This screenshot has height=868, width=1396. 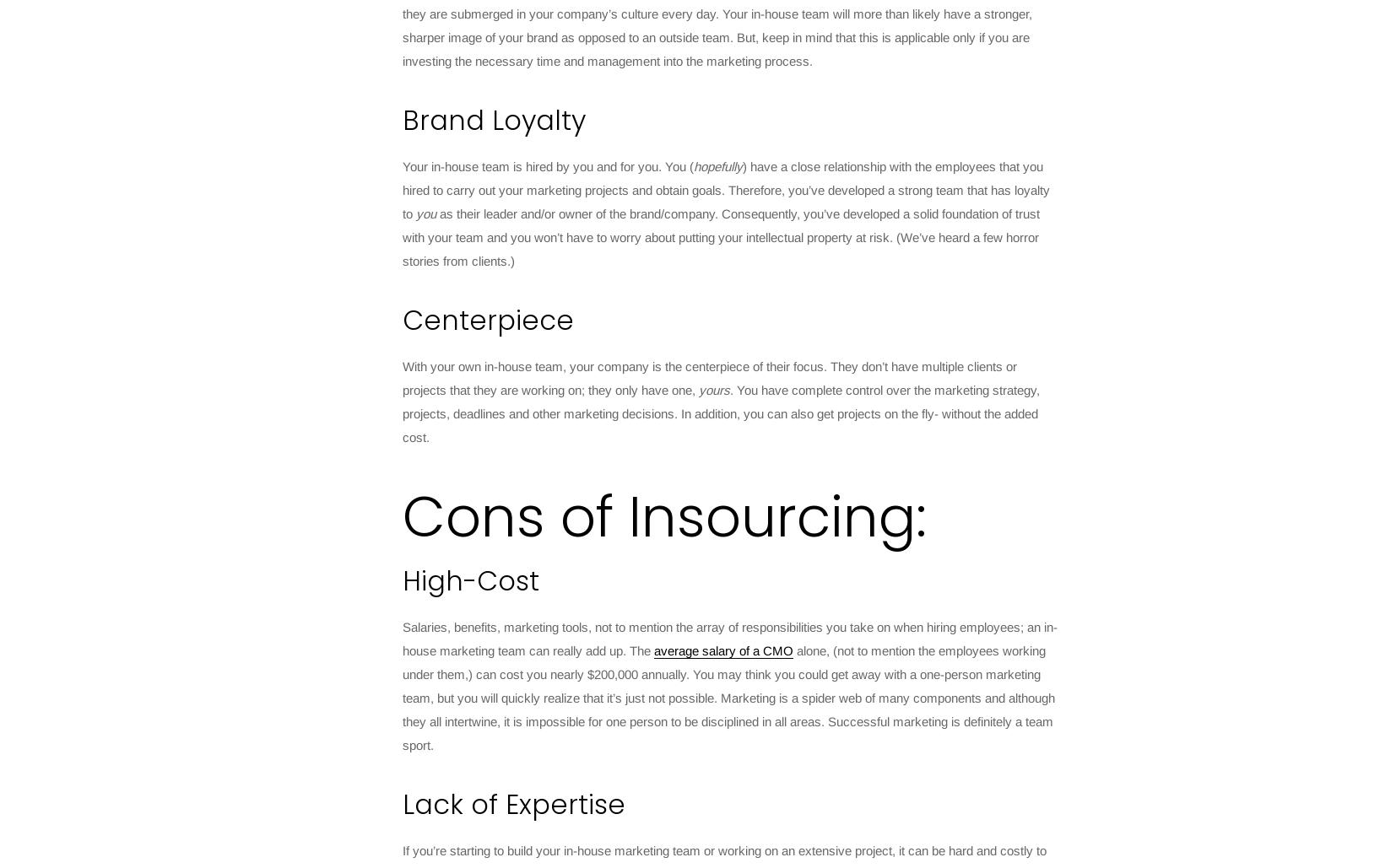 What do you see at coordinates (713, 390) in the screenshot?
I see `'yours'` at bounding box center [713, 390].